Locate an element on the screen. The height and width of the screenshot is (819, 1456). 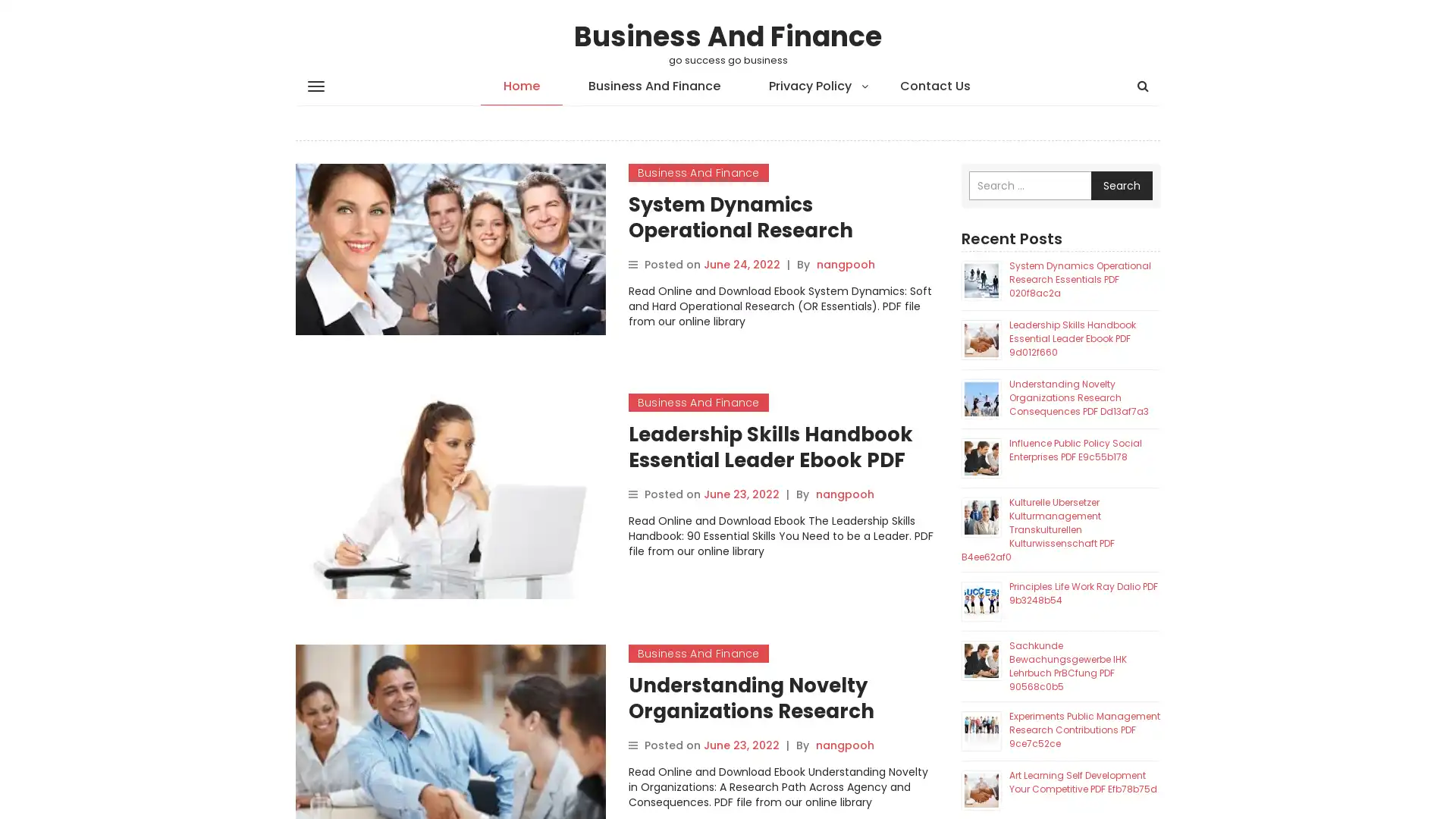
Search is located at coordinates (1122, 185).